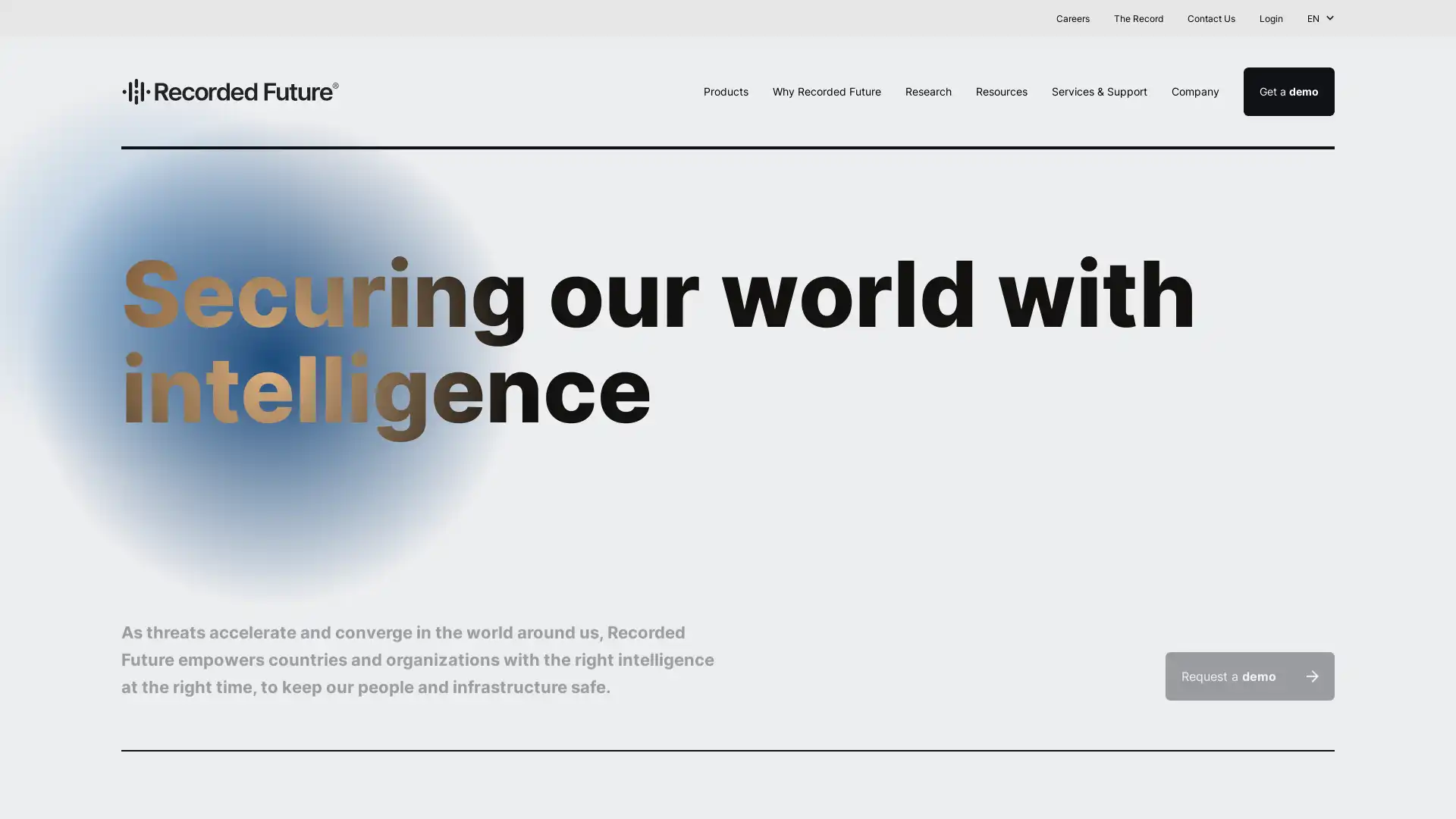  Describe the element at coordinates (1320, 18) in the screenshot. I see `EN` at that location.